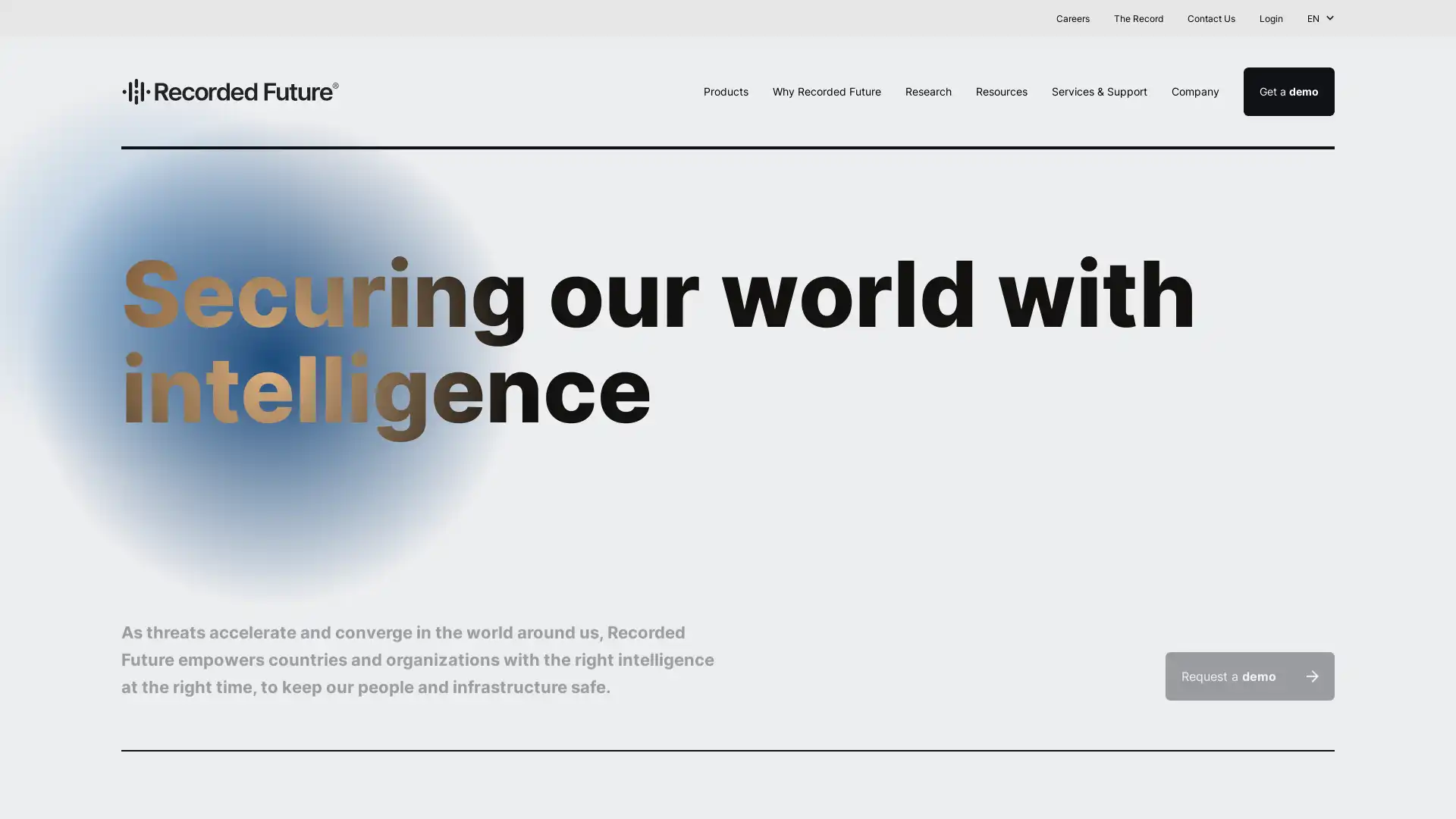  Describe the element at coordinates (1320, 18) in the screenshot. I see `EN` at that location.